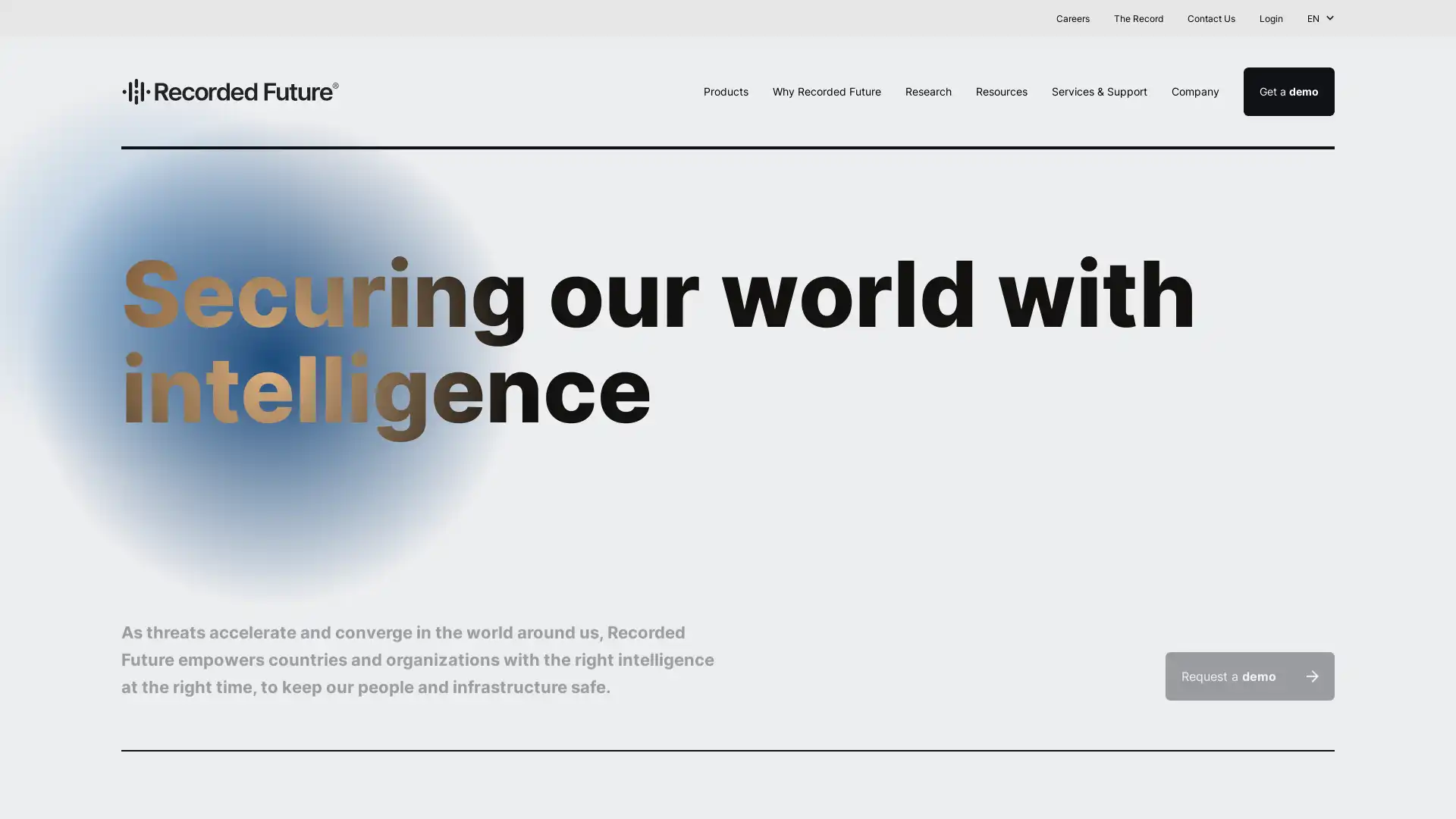  Describe the element at coordinates (1320, 18) in the screenshot. I see `EN` at that location.